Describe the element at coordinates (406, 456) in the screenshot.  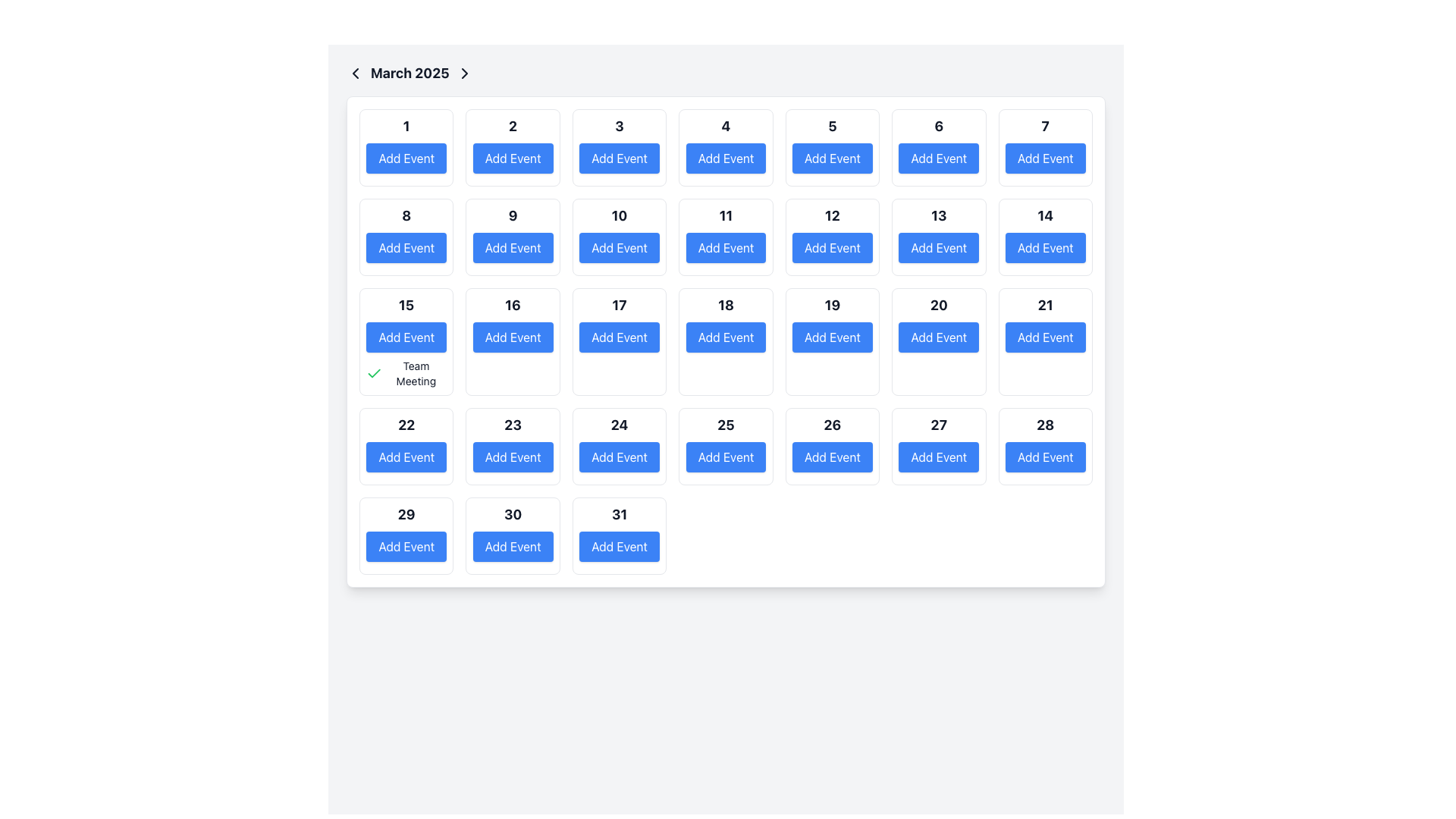
I see `the 'Add Event' button located under the date '22' in the calendar interface` at that location.